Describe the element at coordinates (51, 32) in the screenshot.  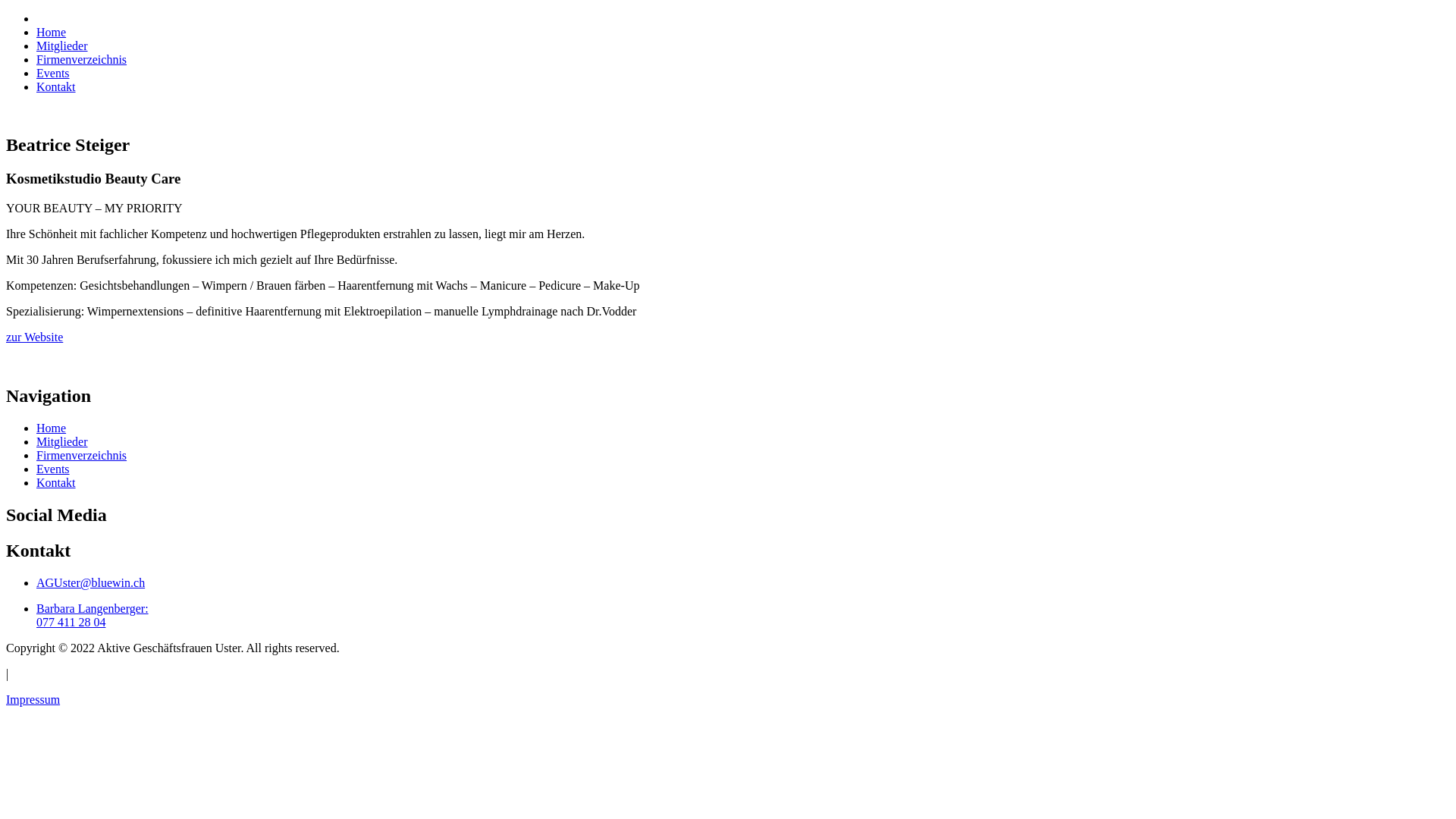
I see `'Home'` at that location.